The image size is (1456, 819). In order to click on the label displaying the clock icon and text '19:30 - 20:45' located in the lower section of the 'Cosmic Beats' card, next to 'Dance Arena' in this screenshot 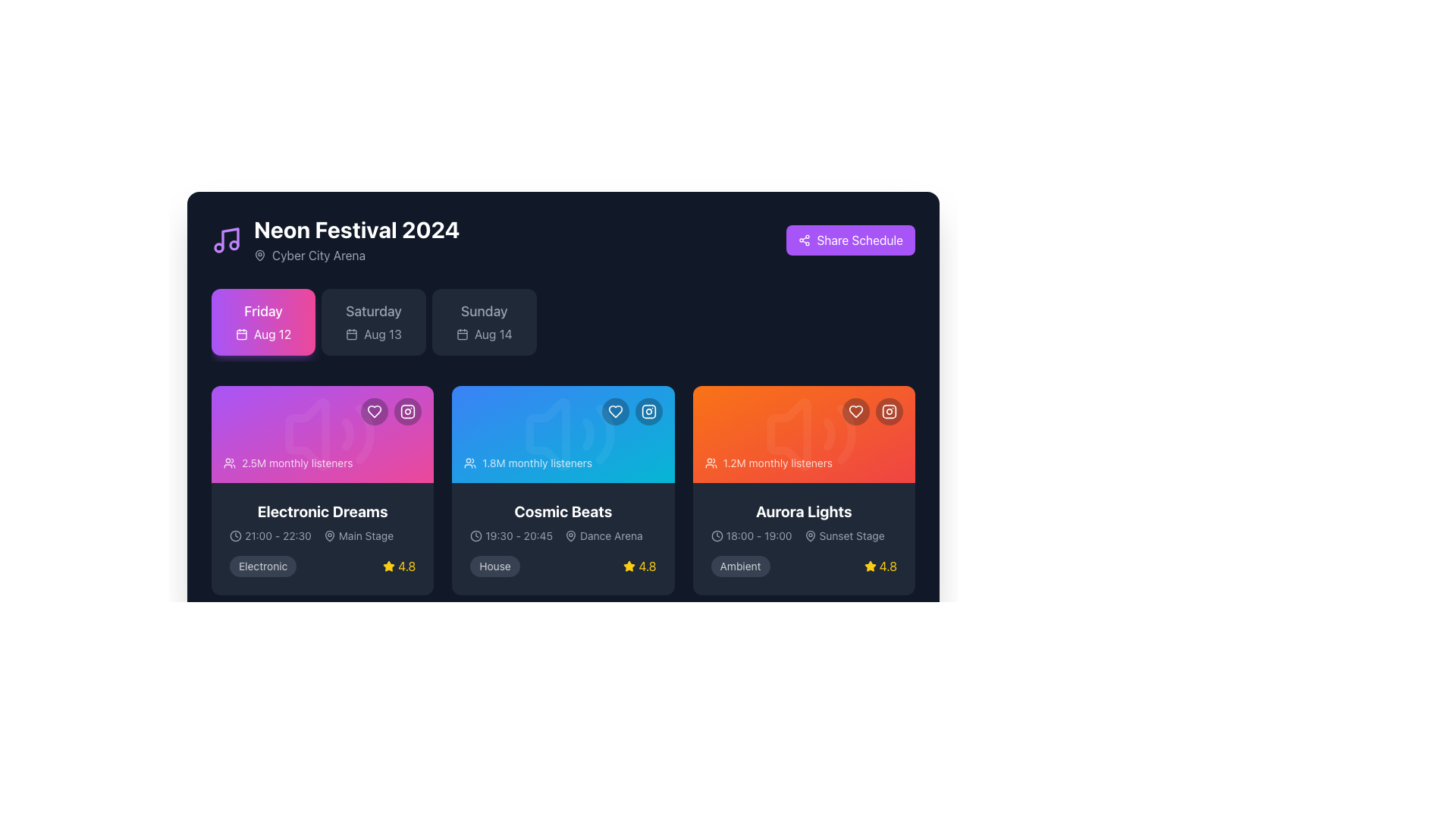, I will do `click(511, 535)`.